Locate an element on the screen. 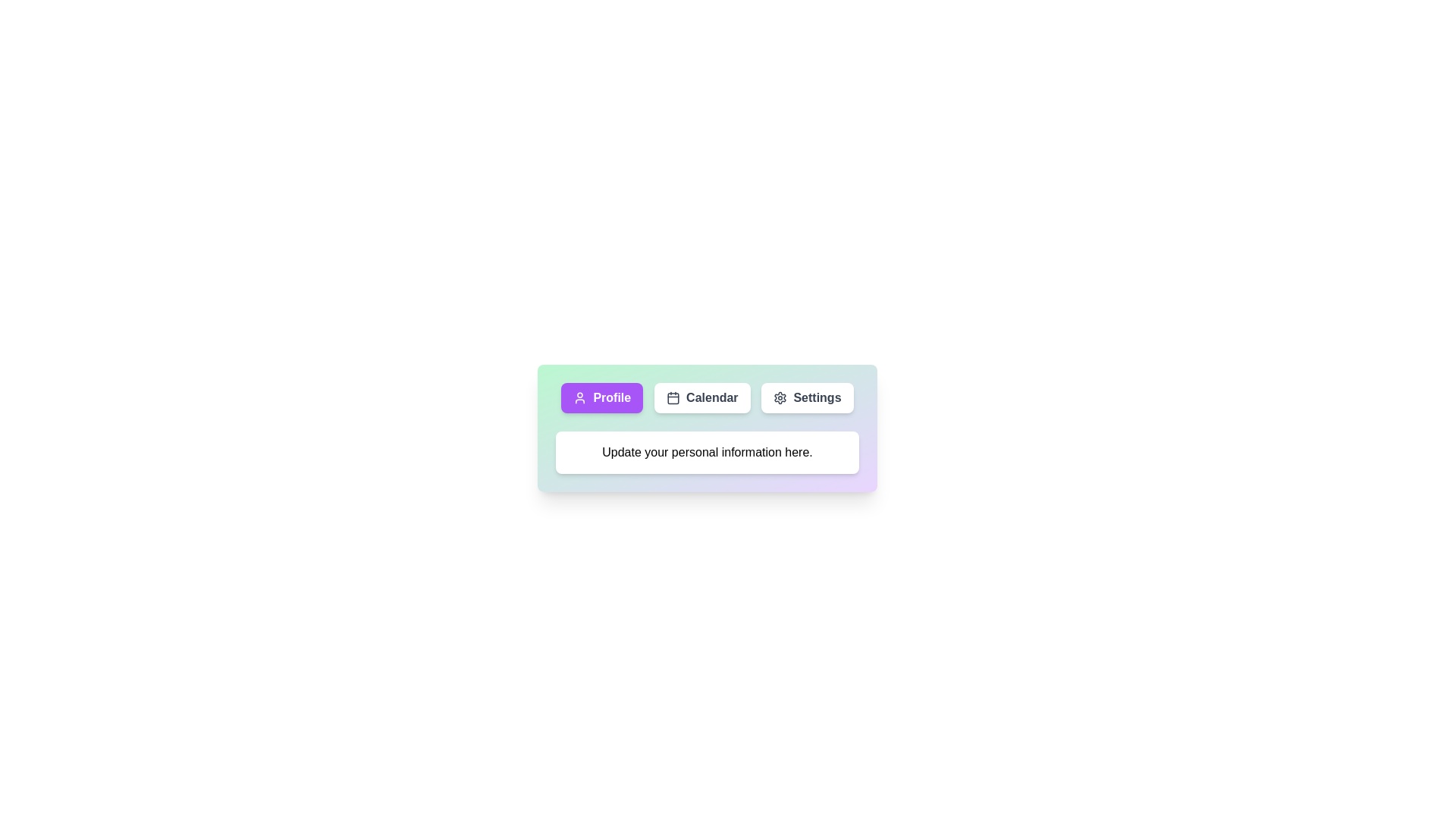  the middle navigational button that leads to the calendar page, located between the purple 'Profile' button and the white 'Settings' button is located at coordinates (701, 397).